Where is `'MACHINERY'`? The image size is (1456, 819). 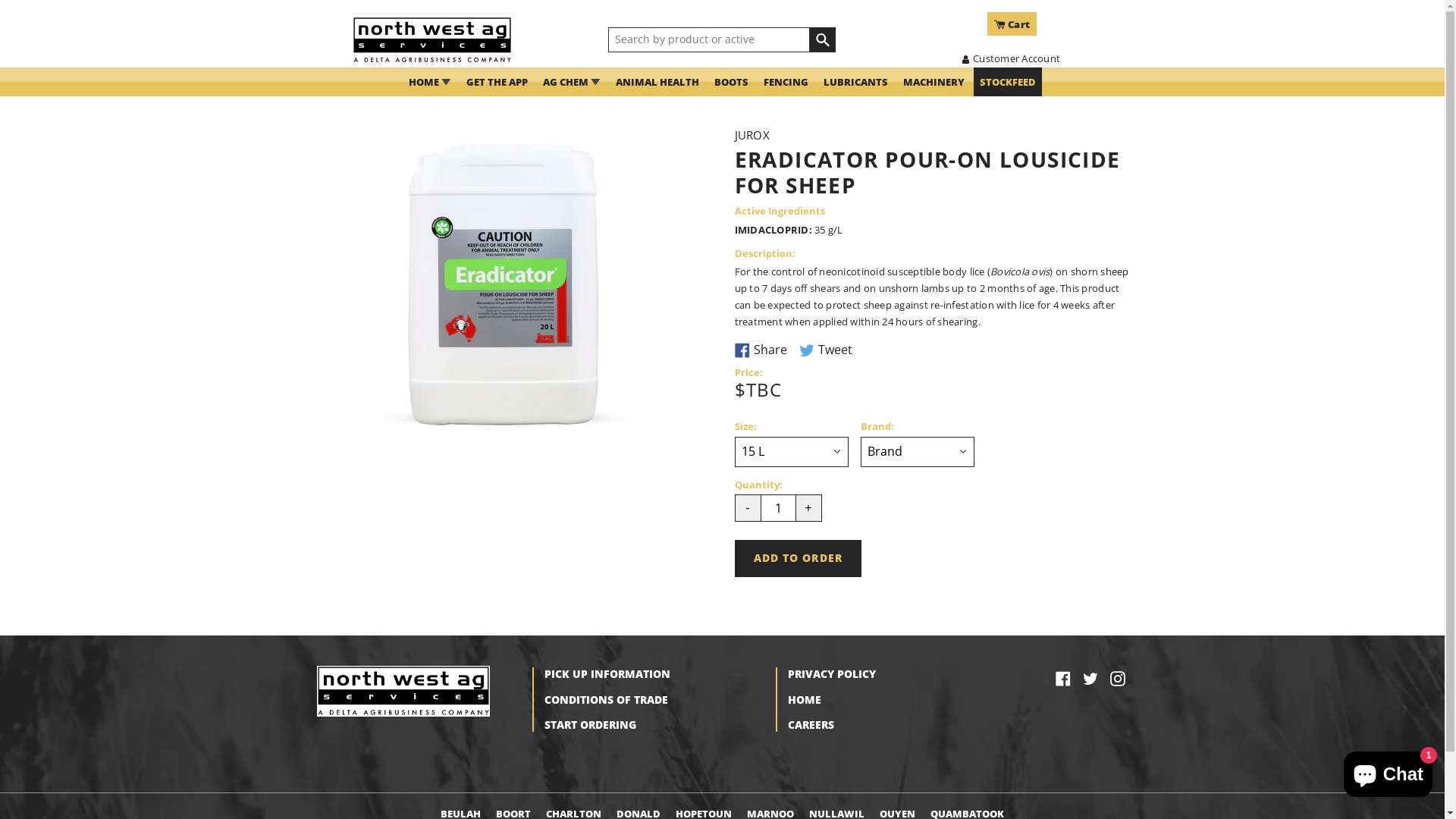
'MACHINERY' is located at coordinates (933, 82).